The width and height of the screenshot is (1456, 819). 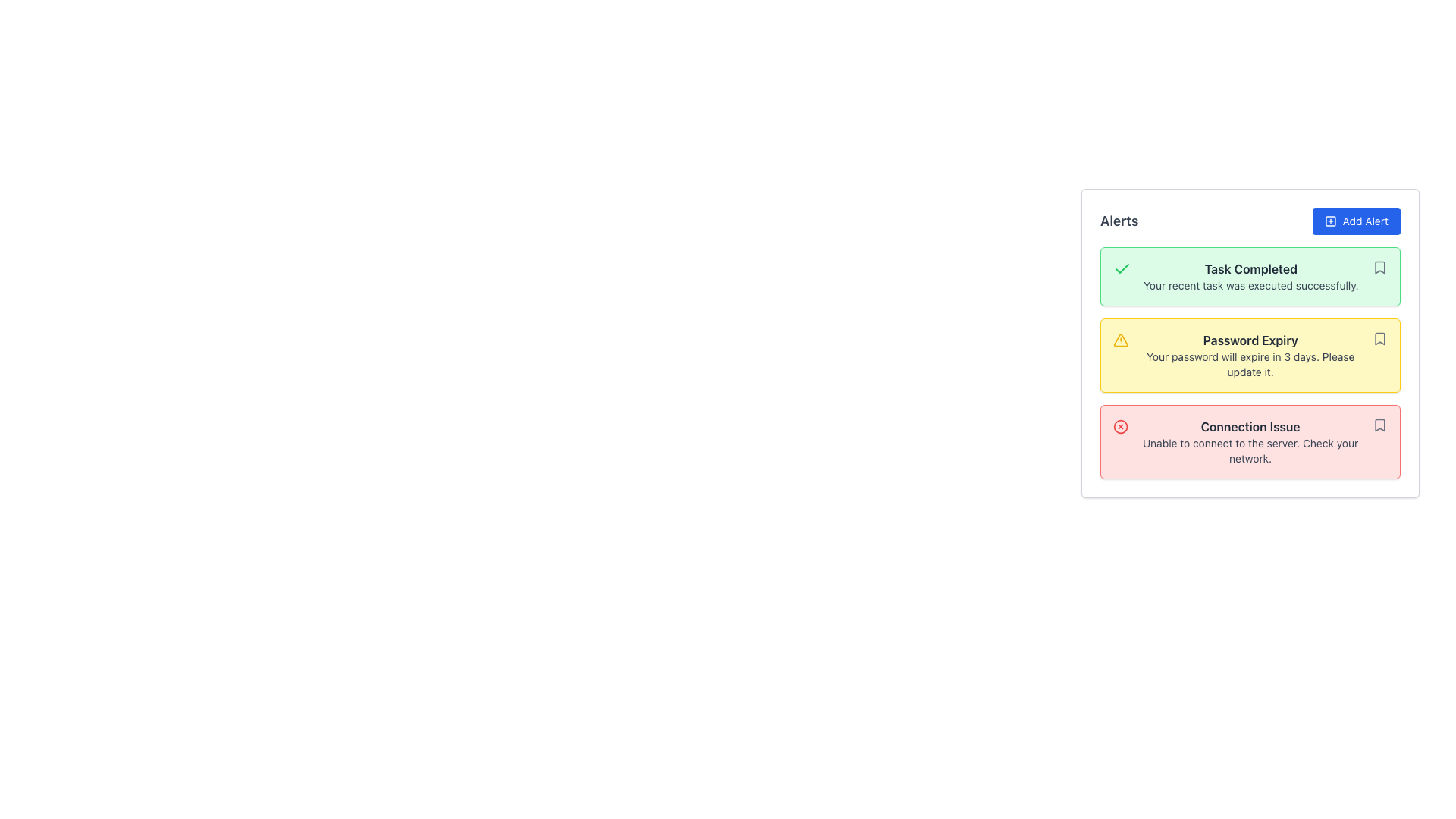 I want to click on the text label indicating a connectivity problem in the alert box below 'Password Expiry' for additional information, so click(x=1250, y=427).